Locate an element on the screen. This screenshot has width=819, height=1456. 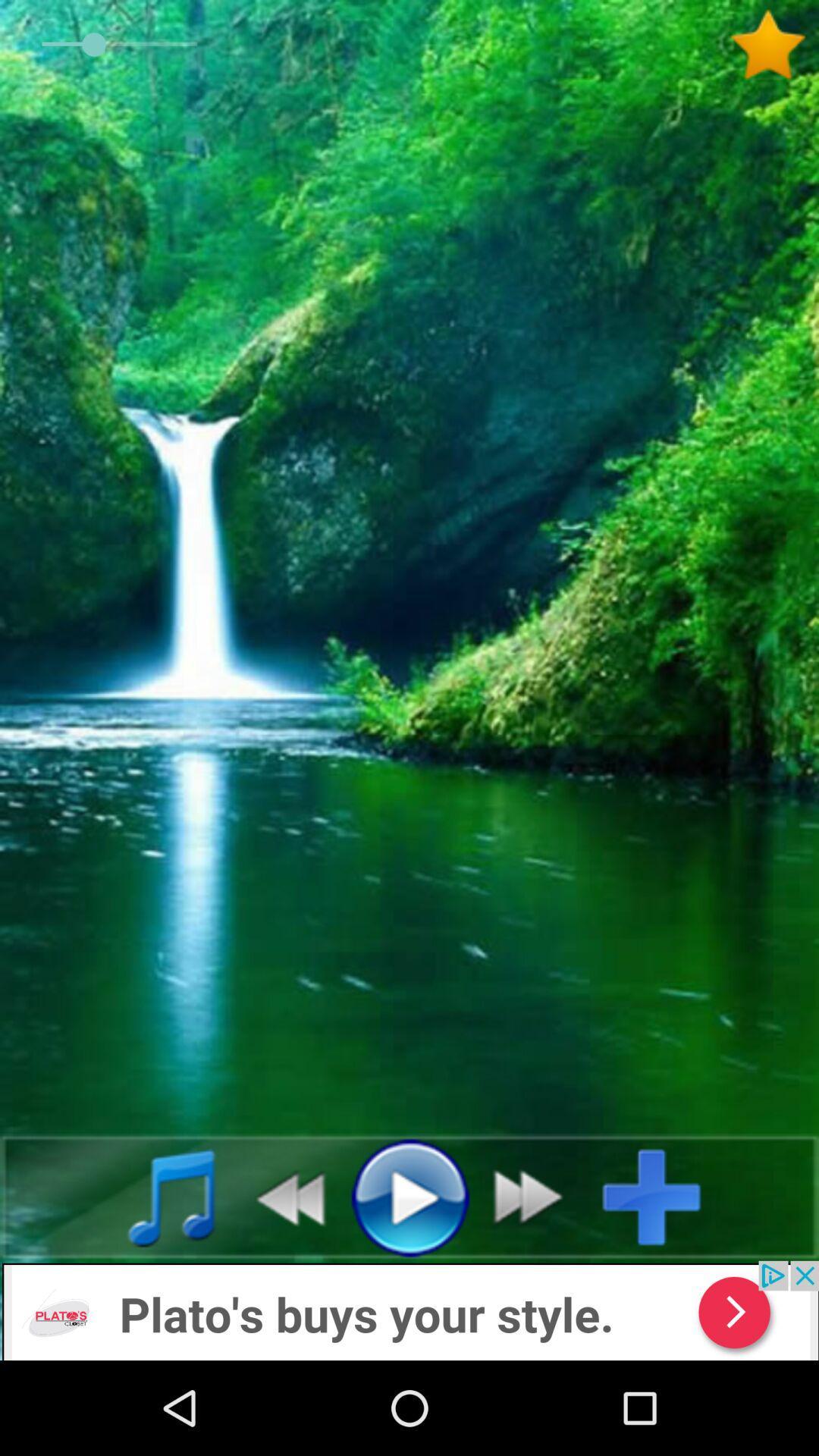
the play icon is located at coordinates (409, 1196).